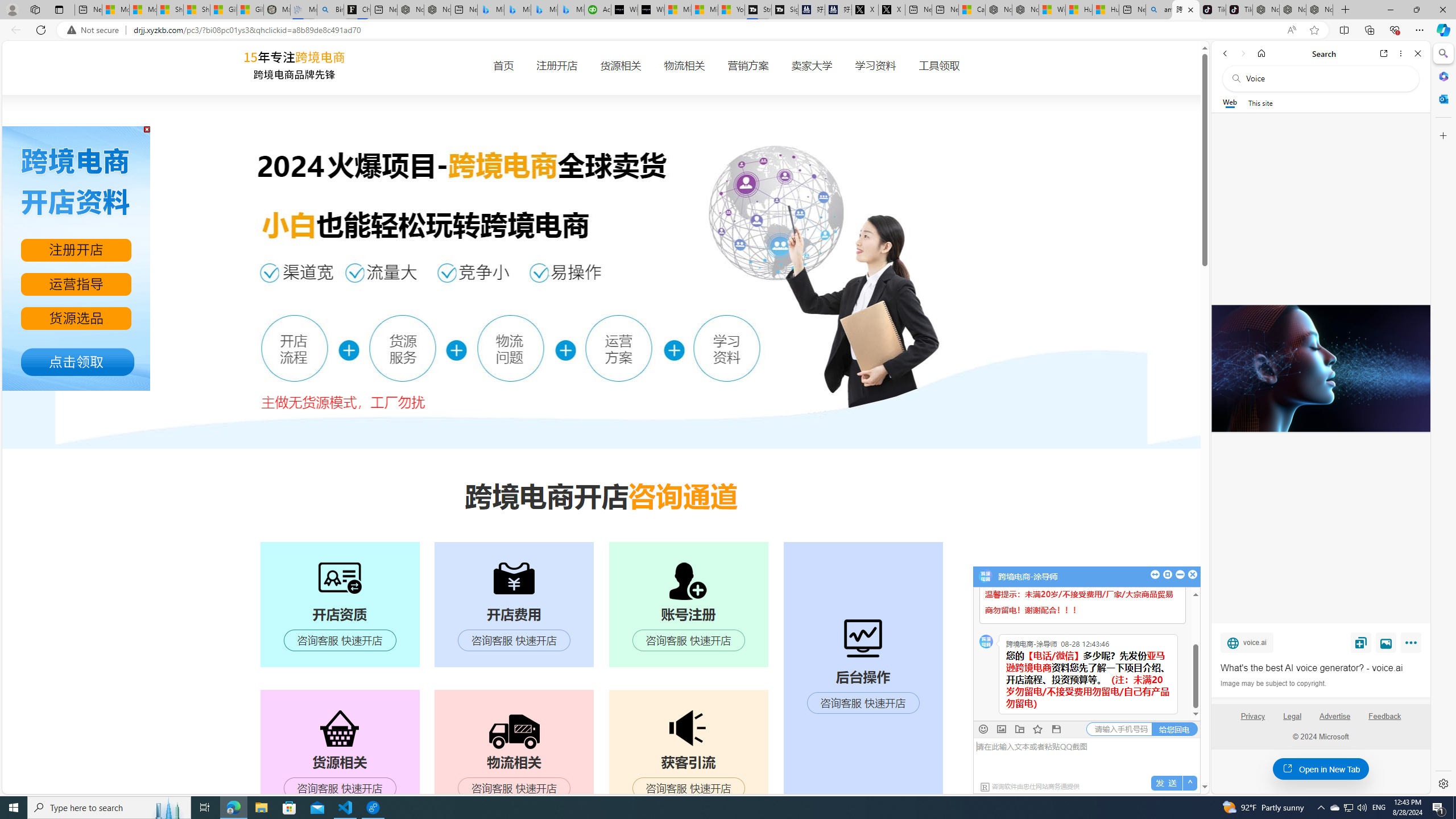 The image size is (1456, 819). Describe the element at coordinates (1272, 682) in the screenshot. I see `'Image may be subject to copyright.'` at that location.